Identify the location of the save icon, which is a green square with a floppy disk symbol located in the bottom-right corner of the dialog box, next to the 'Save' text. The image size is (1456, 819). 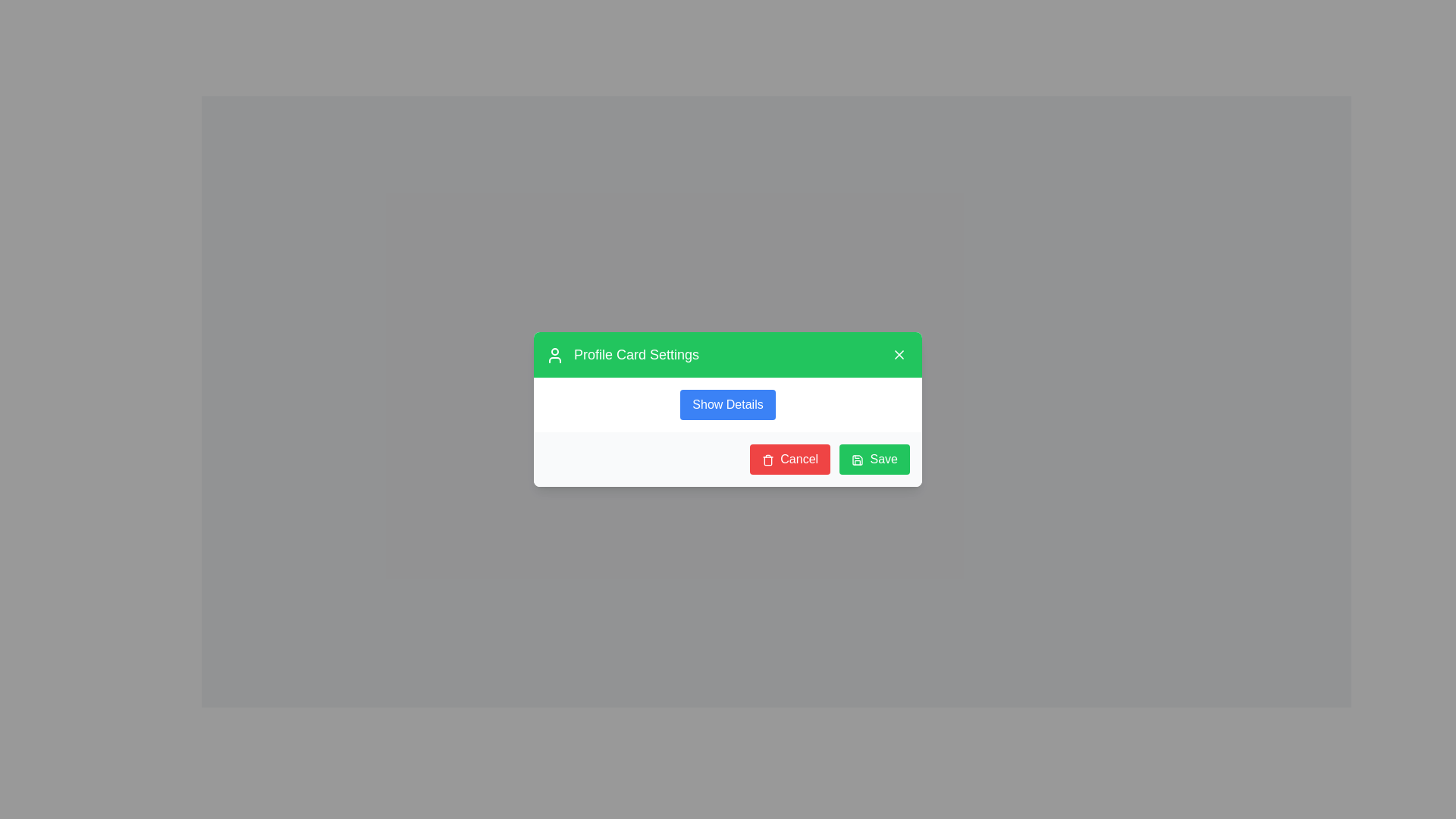
(858, 459).